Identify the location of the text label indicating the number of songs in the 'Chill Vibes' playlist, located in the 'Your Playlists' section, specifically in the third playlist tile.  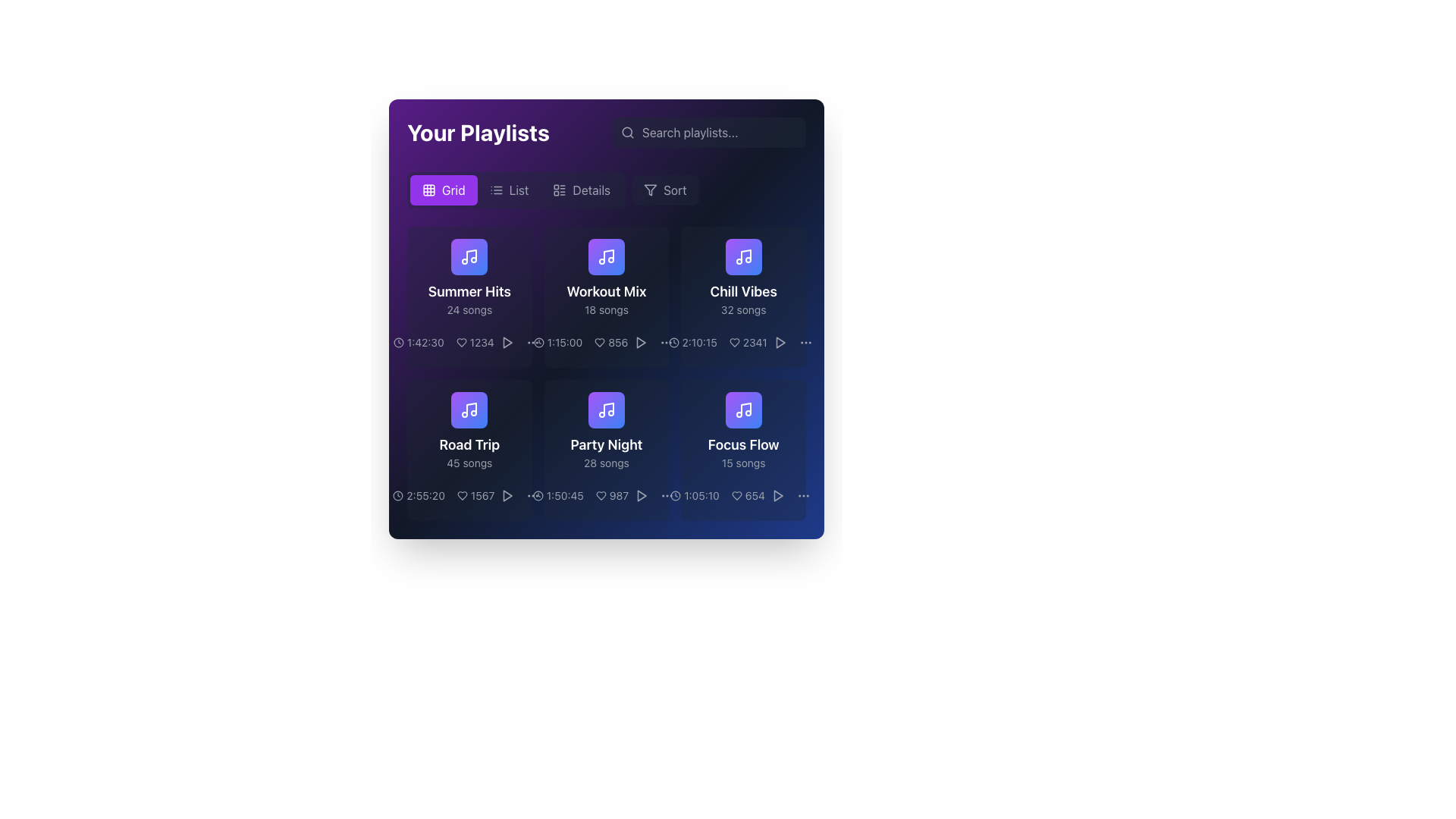
(743, 309).